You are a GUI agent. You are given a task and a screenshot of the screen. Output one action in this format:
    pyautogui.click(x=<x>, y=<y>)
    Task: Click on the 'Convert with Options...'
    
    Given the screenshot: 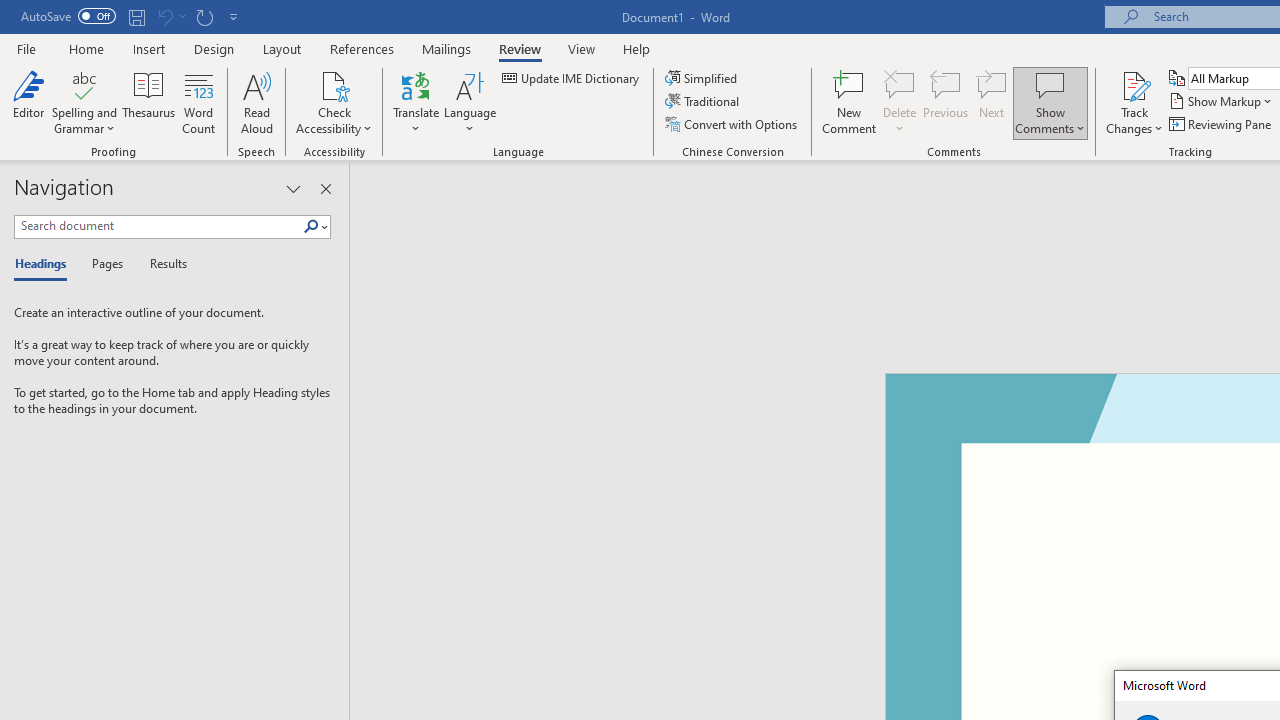 What is the action you would take?
    pyautogui.click(x=731, y=124)
    